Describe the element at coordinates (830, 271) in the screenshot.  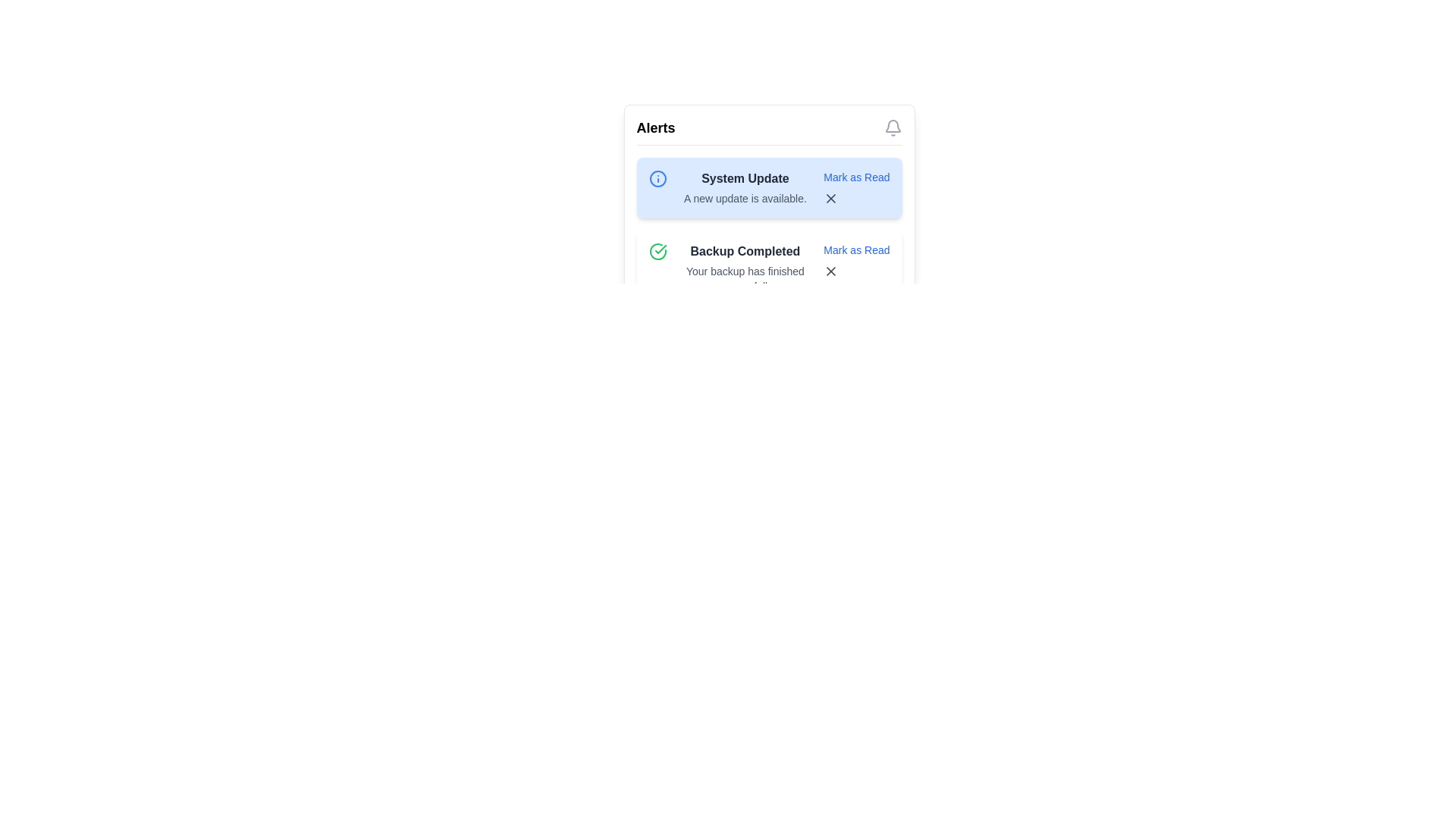
I see `the graphical line component of the close button in the top-right corner of the 'System Update' notification box` at that location.